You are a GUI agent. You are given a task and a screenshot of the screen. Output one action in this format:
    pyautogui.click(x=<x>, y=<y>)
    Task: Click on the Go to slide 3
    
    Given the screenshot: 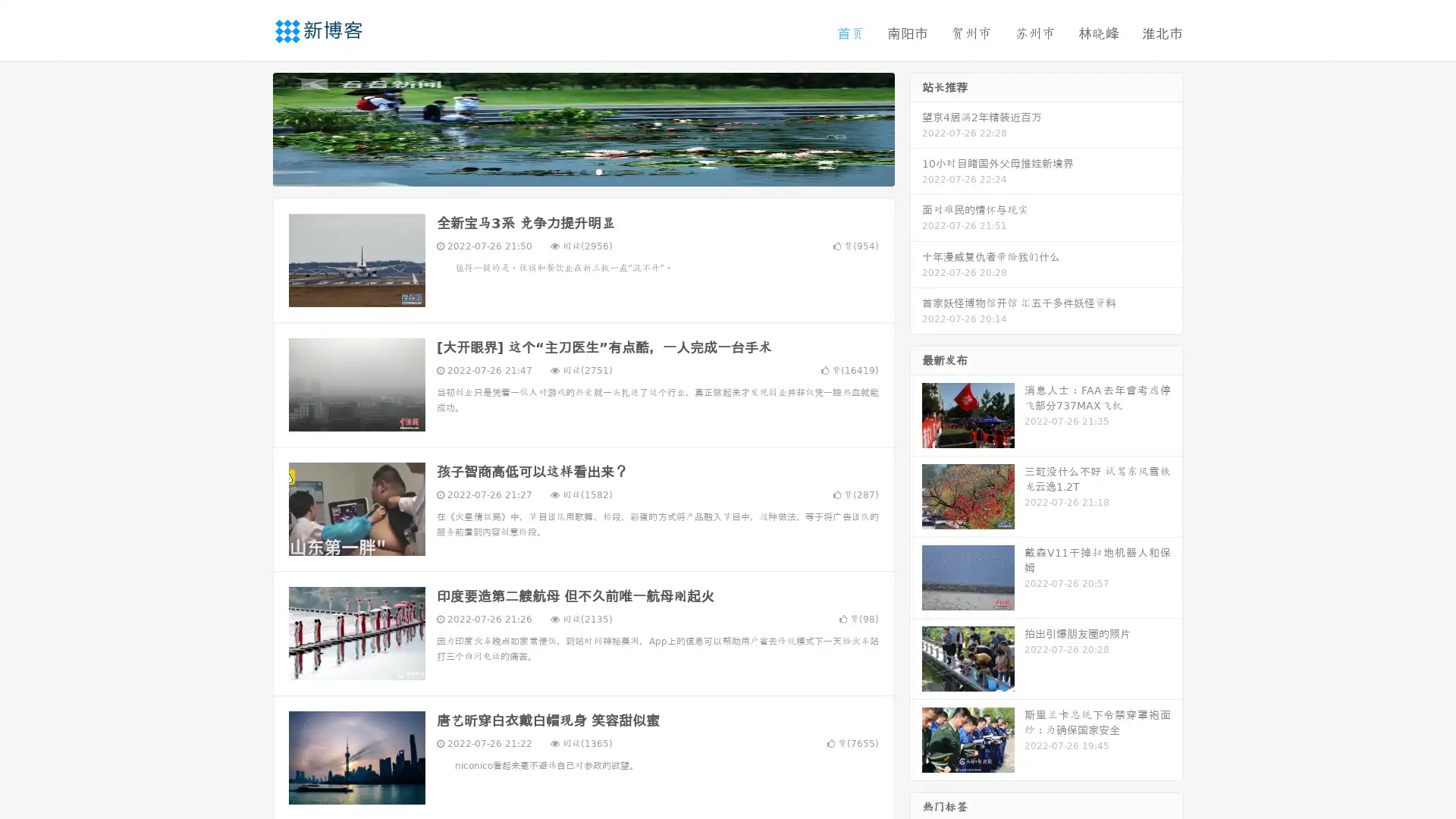 What is the action you would take?
    pyautogui.click(x=598, y=171)
    